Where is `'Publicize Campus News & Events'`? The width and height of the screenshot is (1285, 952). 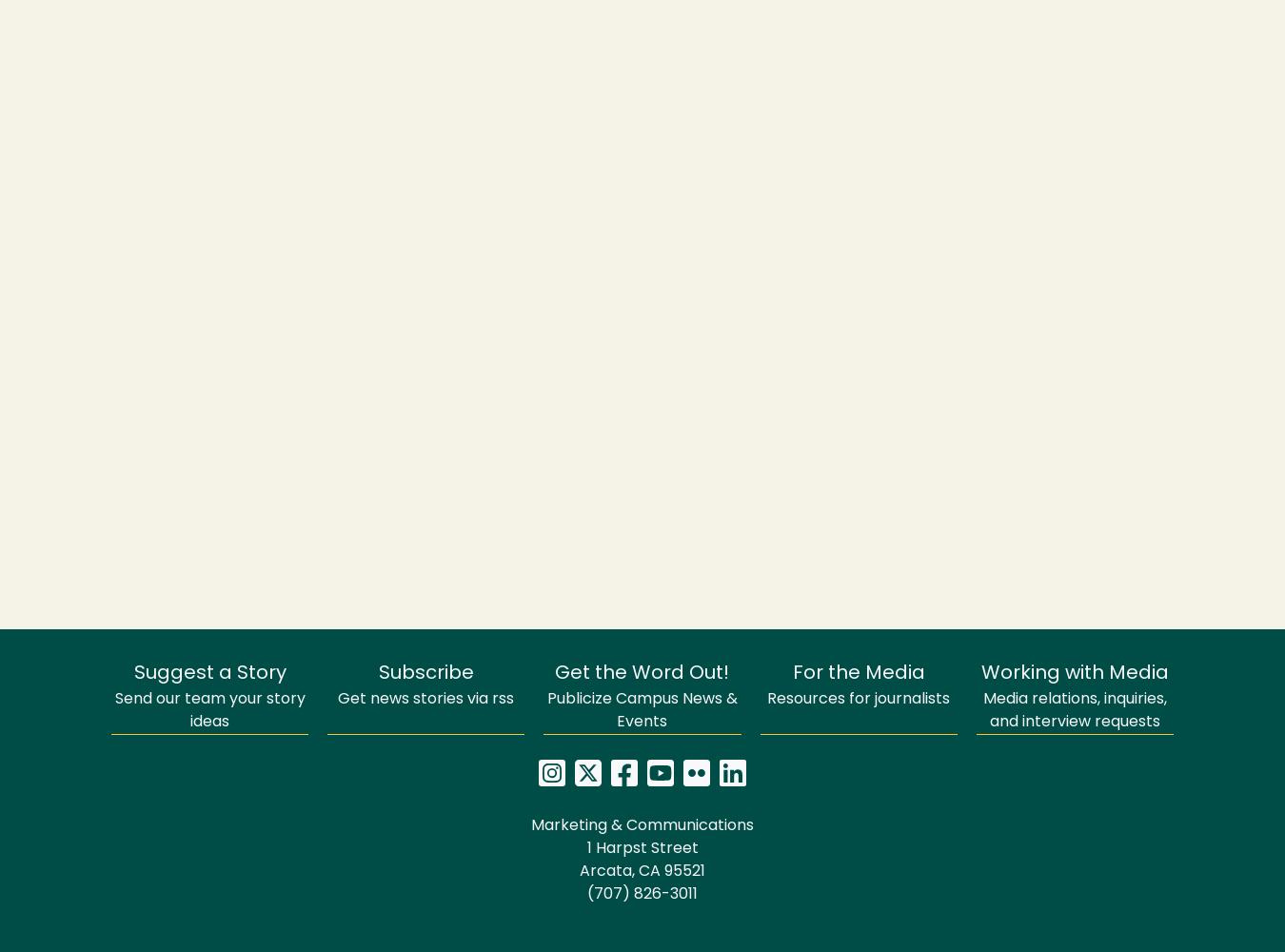
'Publicize Campus News & Events' is located at coordinates (642, 710).